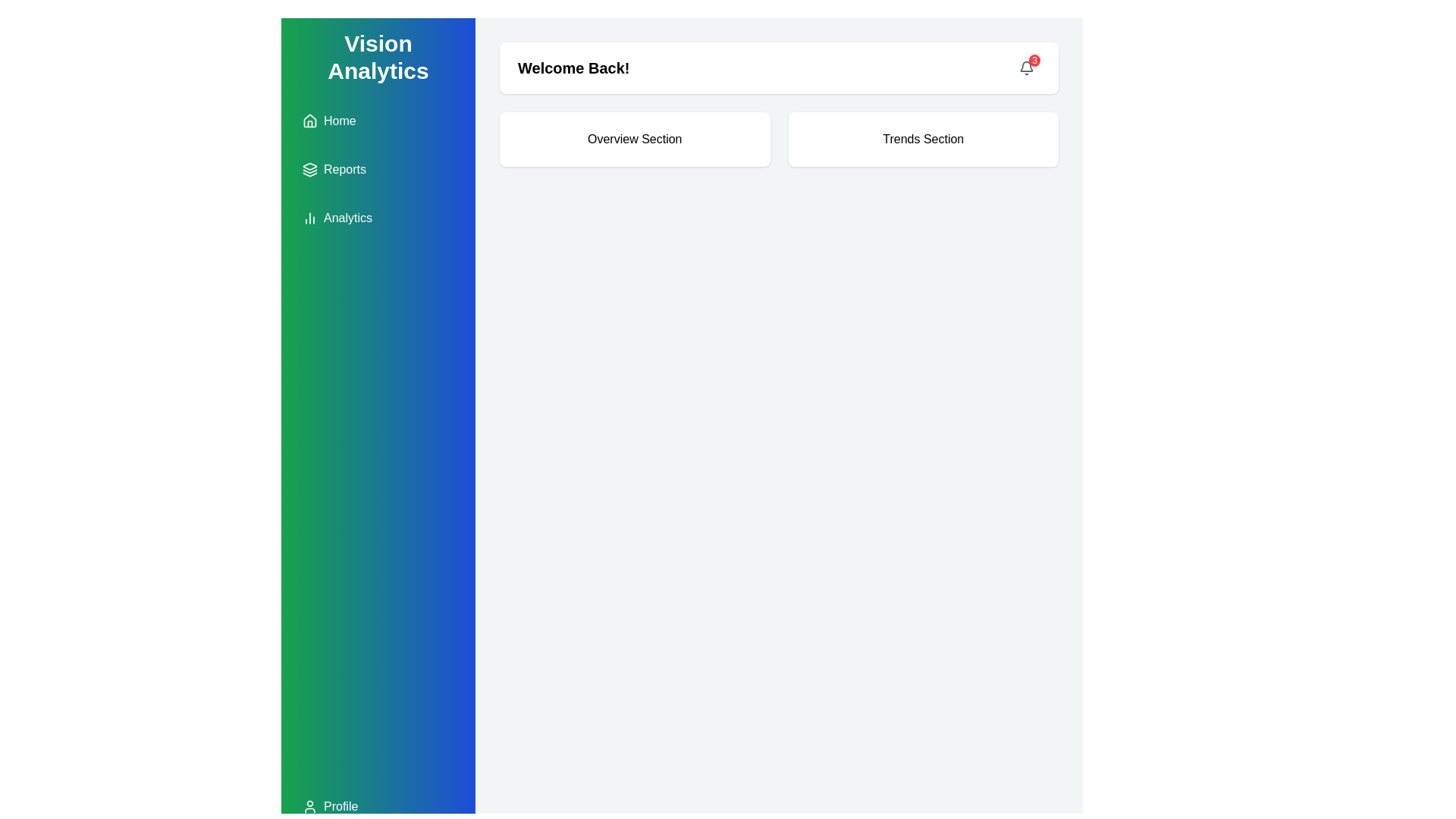 This screenshot has width=1456, height=819. What do you see at coordinates (309, 174) in the screenshot?
I see `the third layer segment of the layered icon located in the sidebar next to the 'Reports' label` at bounding box center [309, 174].